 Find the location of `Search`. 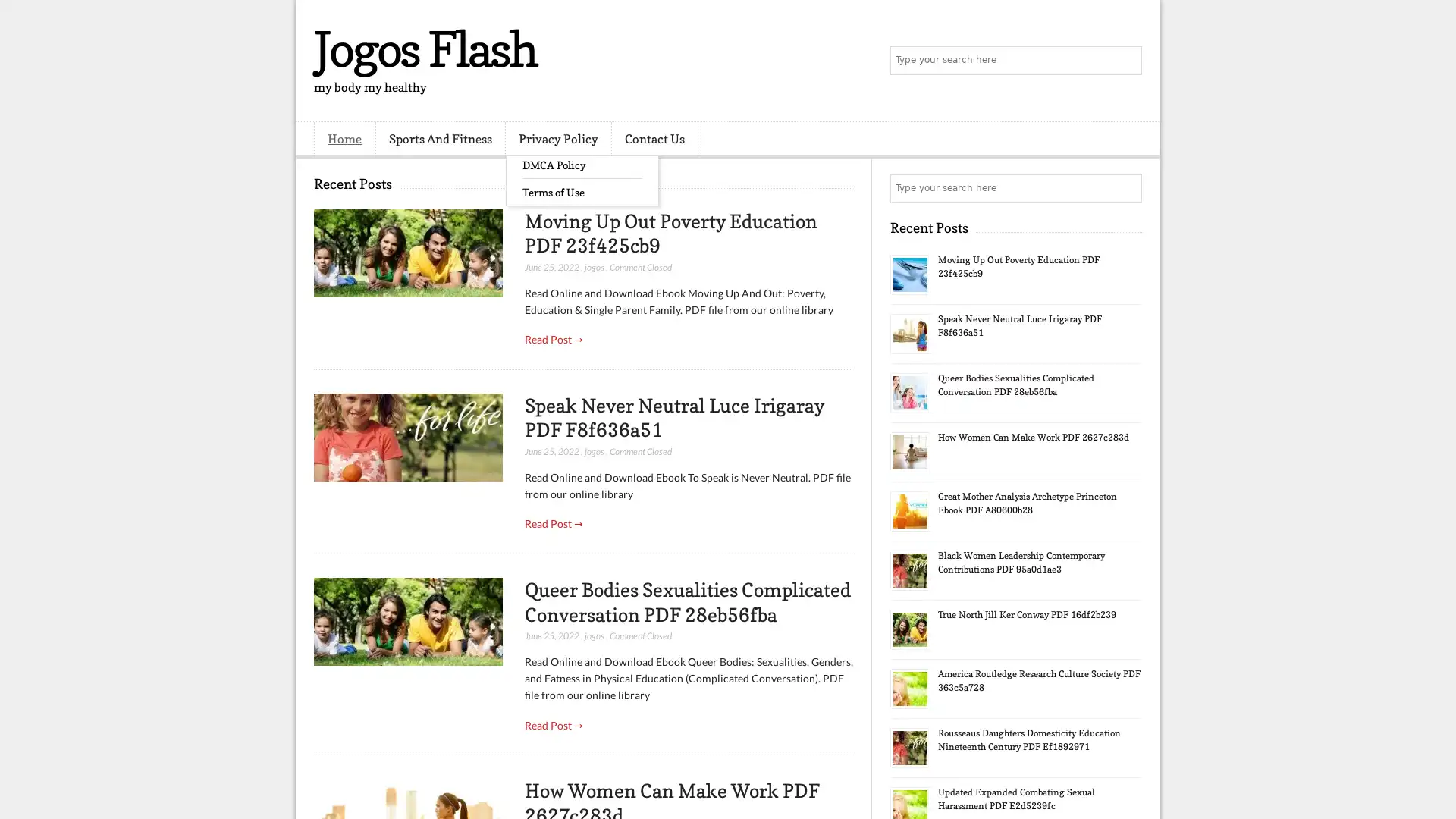

Search is located at coordinates (1126, 61).